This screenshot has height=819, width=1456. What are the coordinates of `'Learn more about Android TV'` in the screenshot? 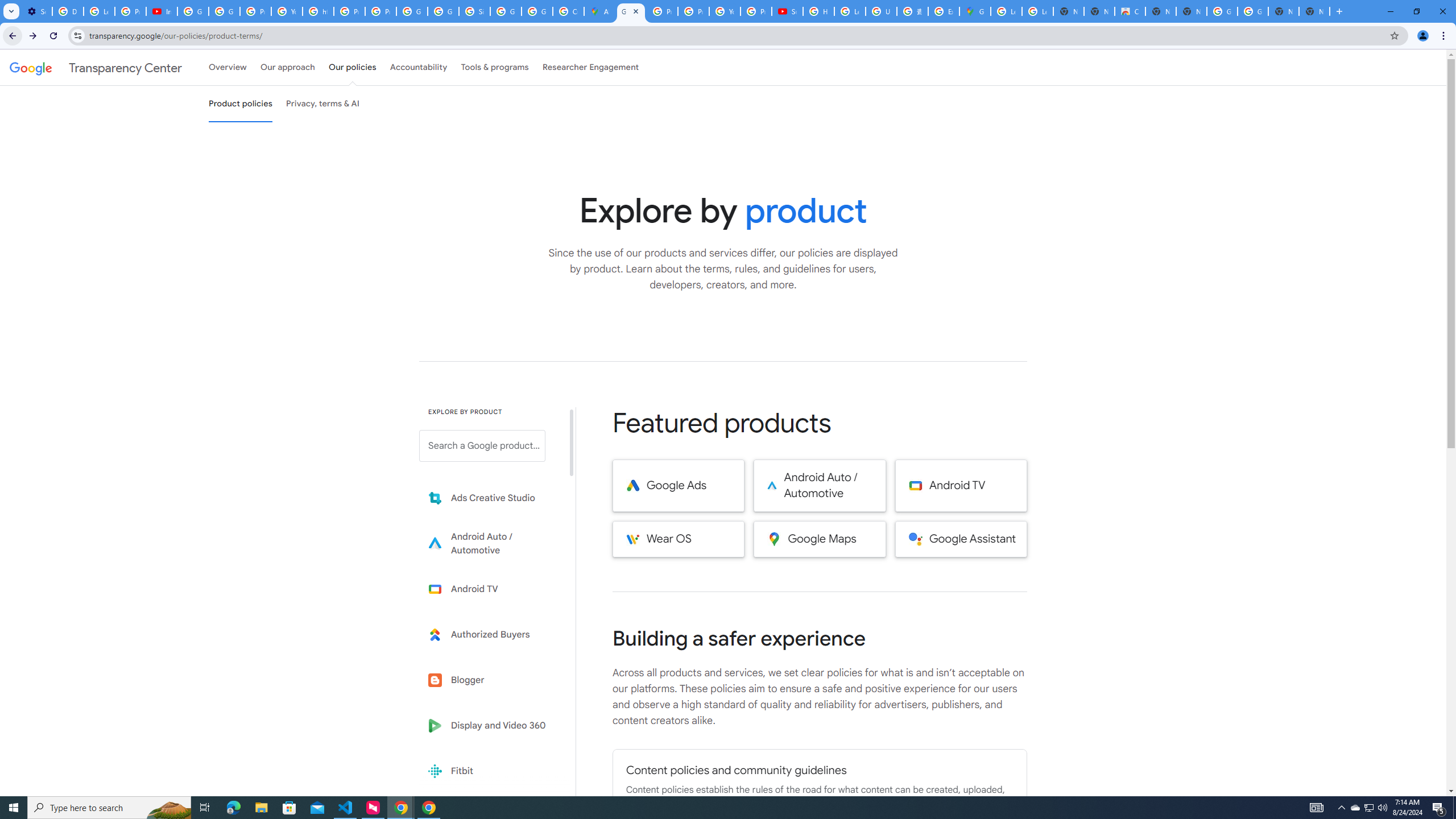 It's located at (490, 589).